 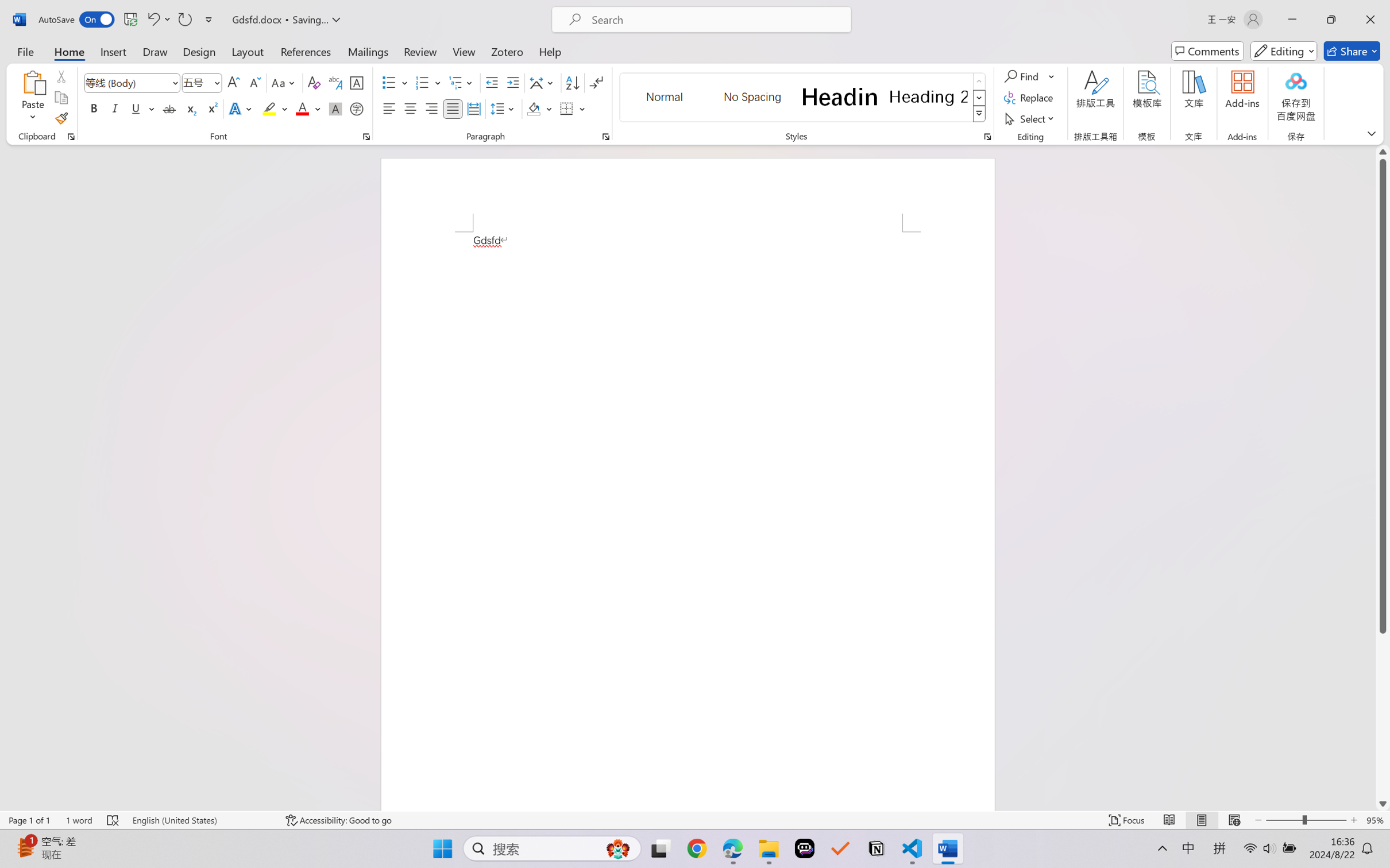 I want to click on 'Office Clipboard...', so click(x=70, y=136).